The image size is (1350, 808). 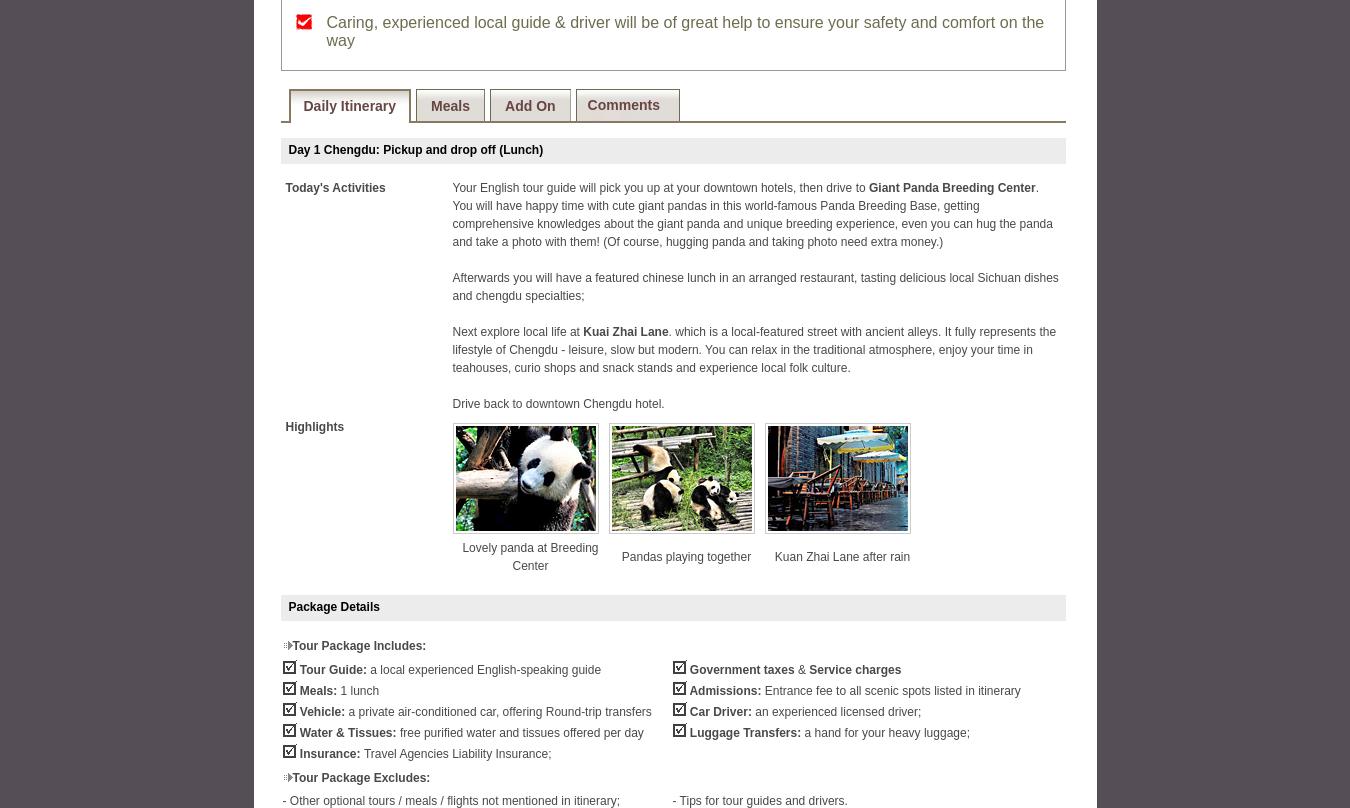 I want to click on '. which is a local-featured street with ancient alleys. It fully represents the lifestyle of Chengdu - leisure, slow but modern. You can relax in the traditional atmosphere, enjoy your time in teahouses, curio shops and snack stands and experience local folk culture.', so click(x=752, y=349).